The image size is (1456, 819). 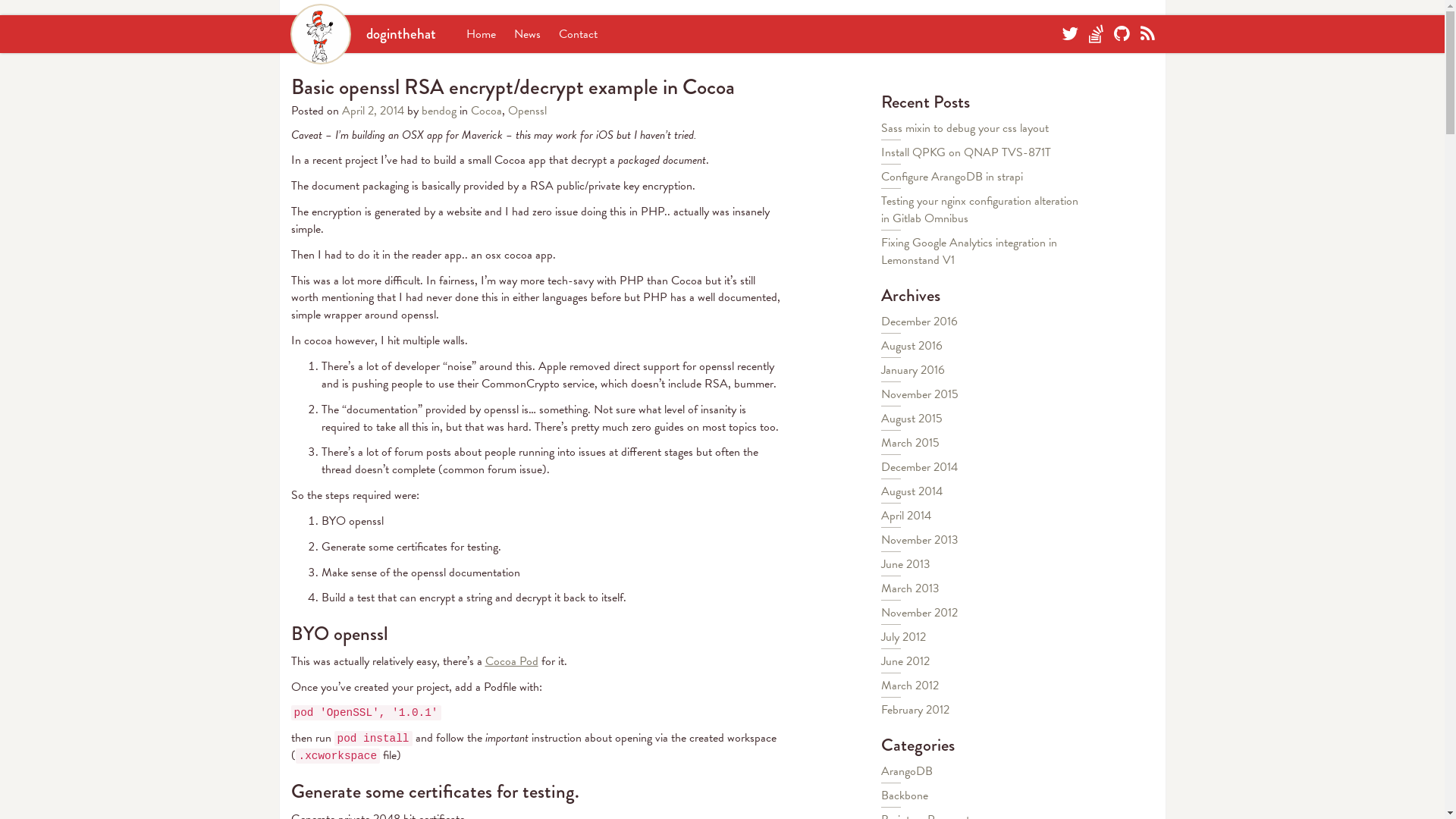 I want to click on 'I seldom post witty comments on Twitter.', so click(x=1069, y=34).